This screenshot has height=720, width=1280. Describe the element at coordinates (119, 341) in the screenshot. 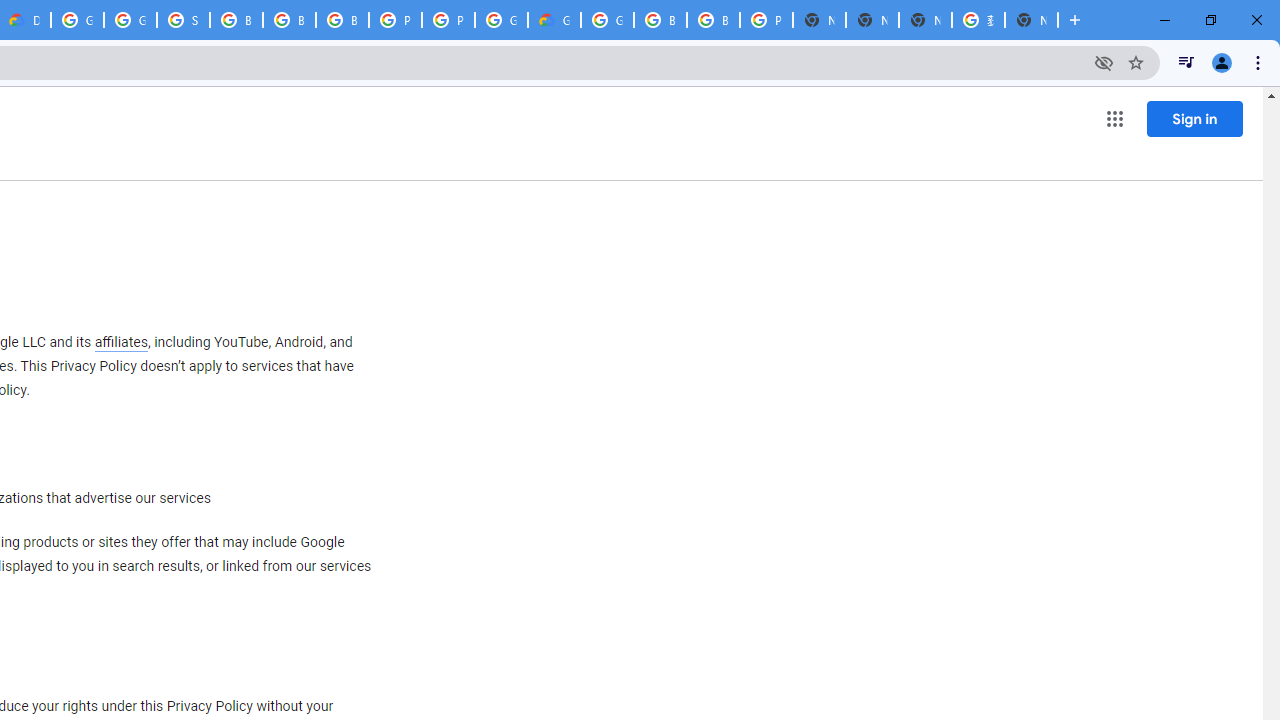

I see `'affiliates'` at that location.